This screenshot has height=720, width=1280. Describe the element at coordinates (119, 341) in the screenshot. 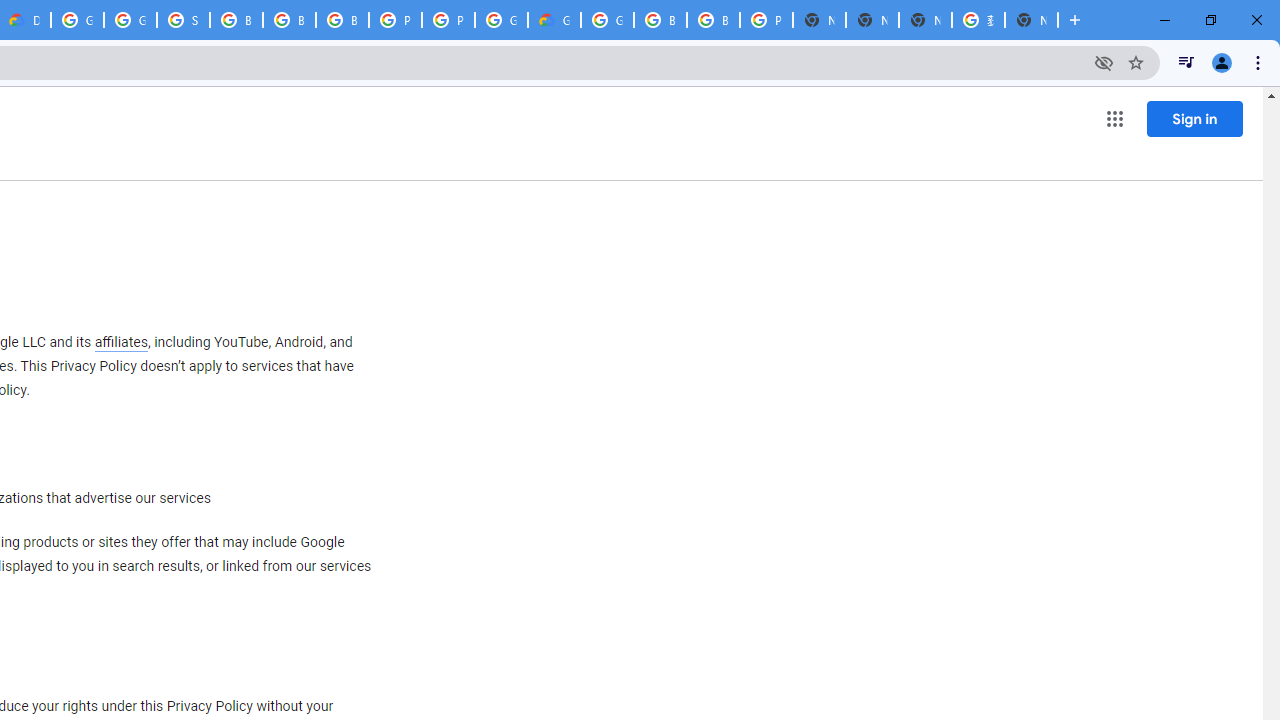

I see `'affiliates'` at that location.